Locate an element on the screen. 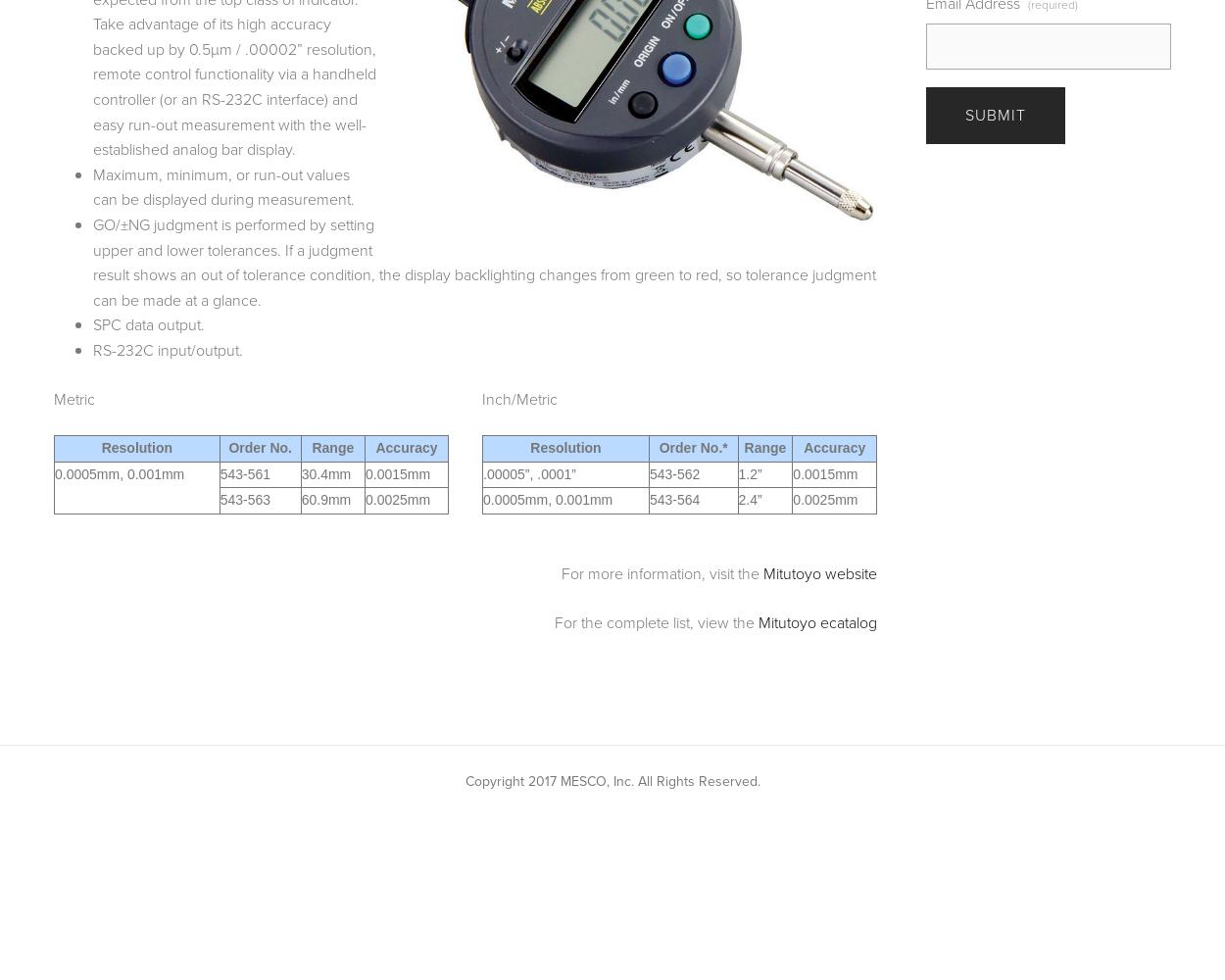 This screenshot has width=1225, height=980. 'Metric' is located at coordinates (54, 398).